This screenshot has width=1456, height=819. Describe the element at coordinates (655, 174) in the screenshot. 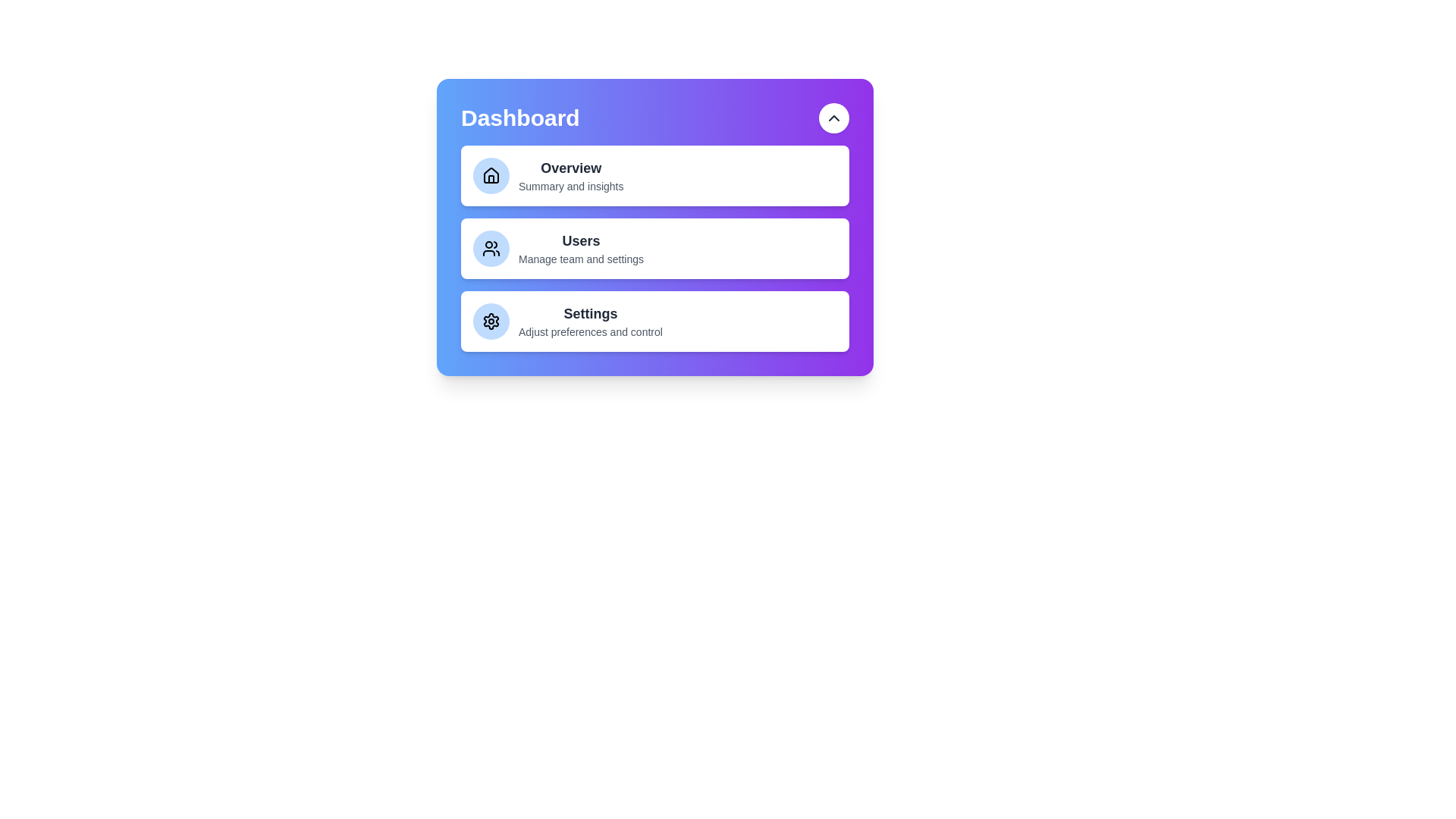

I see `the menu item Overview to select it` at that location.